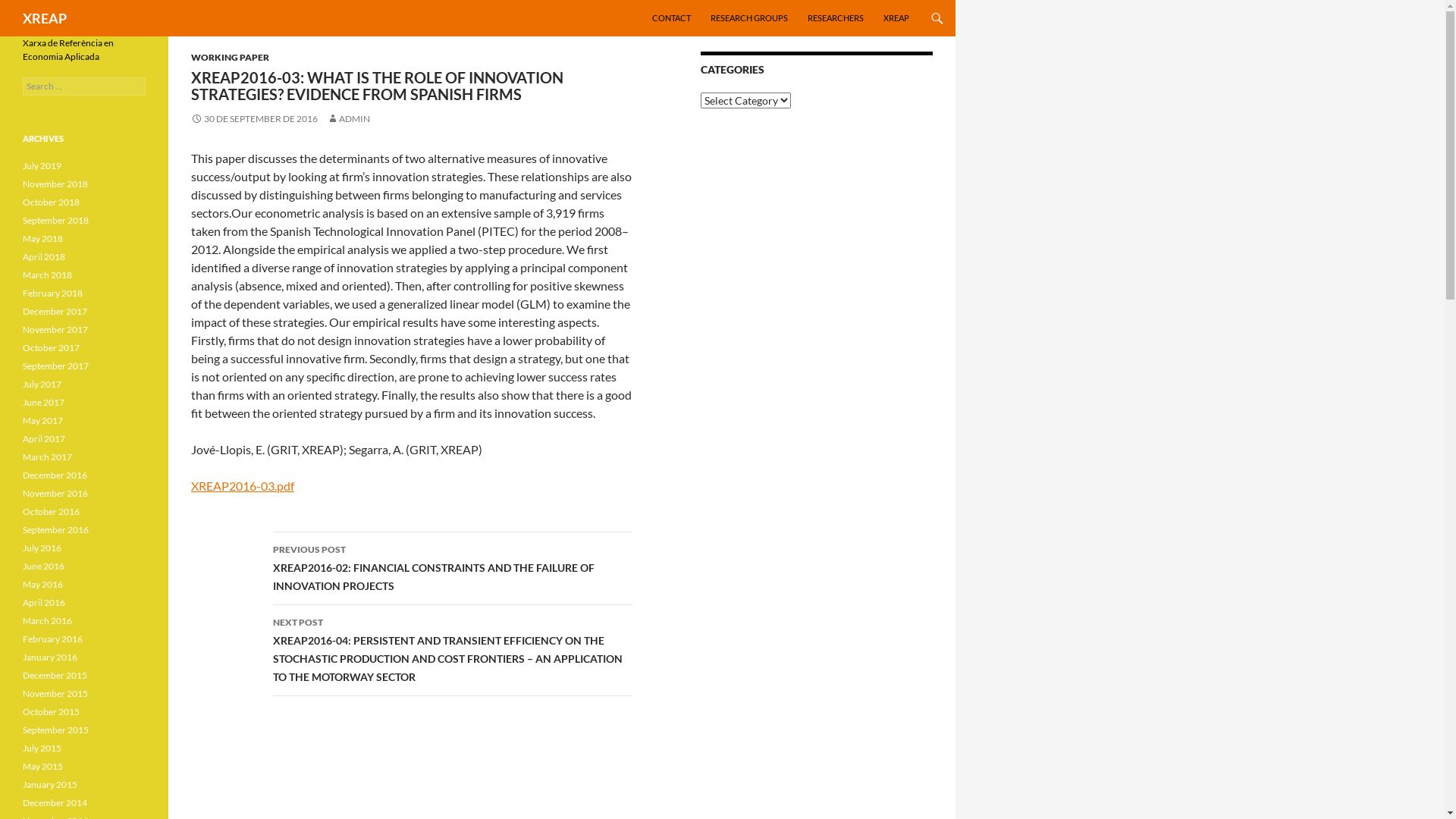 The height and width of the screenshot is (819, 1456). Describe the element at coordinates (42, 383) in the screenshot. I see `'July 2017'` at that location.